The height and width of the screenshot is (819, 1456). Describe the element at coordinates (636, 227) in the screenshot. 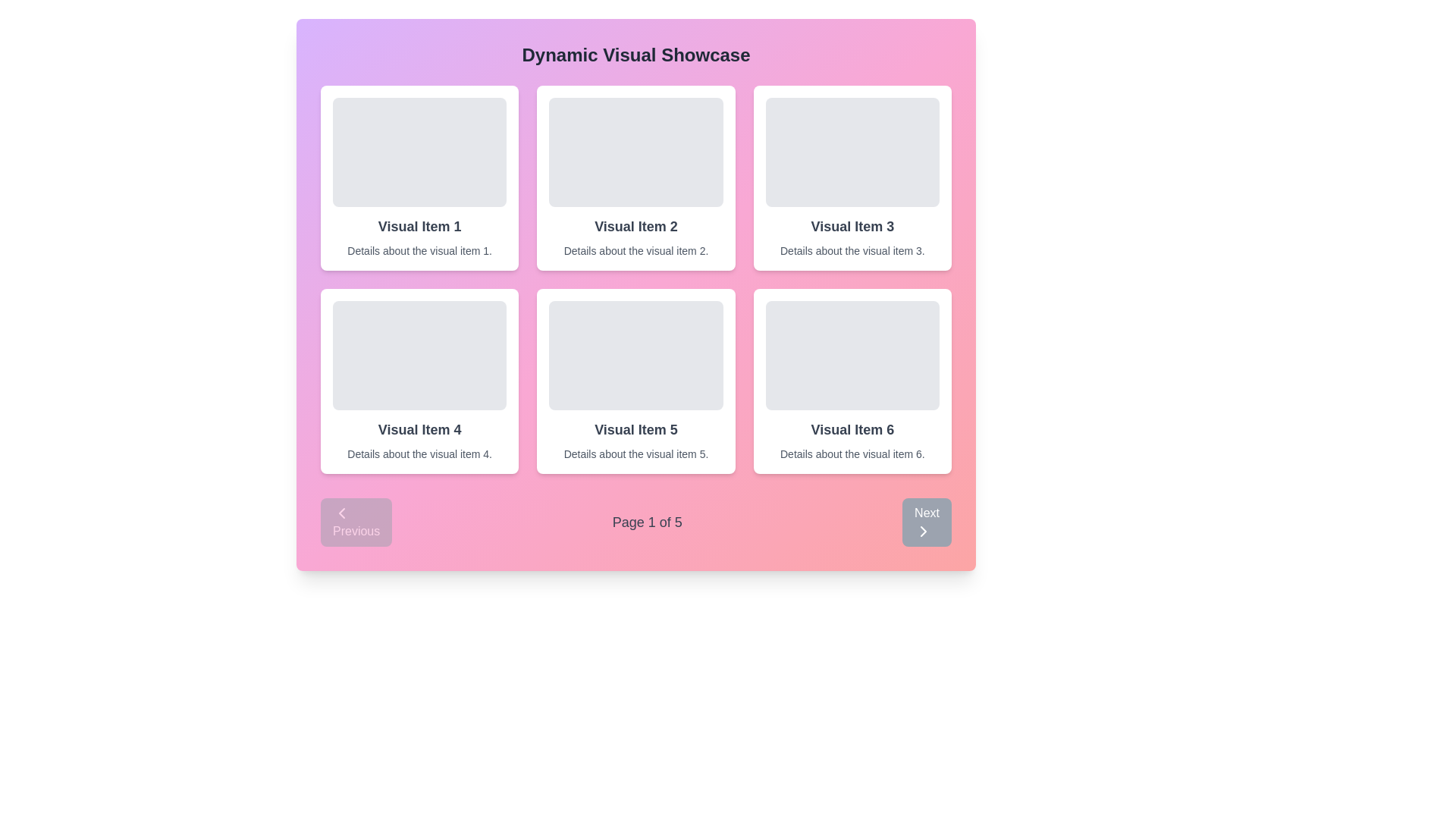

I see `centered heading labeled 'Visual Item 2', which is styled as bold and in a larger font size, located below a gray rectangular box and above additional text` at that location.